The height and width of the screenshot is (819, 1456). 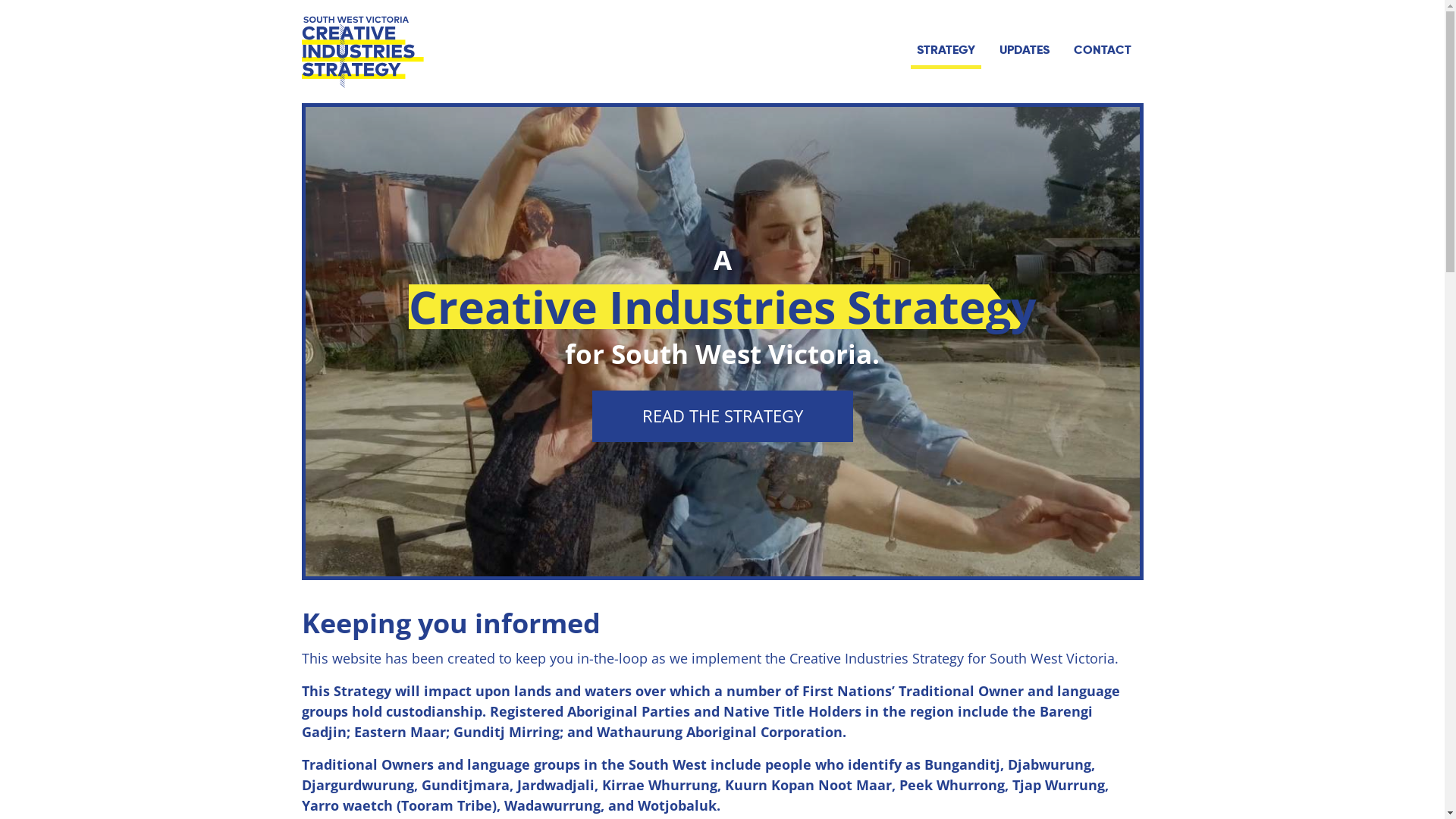 I want to click on 'READ THE STRATEGY', so click(x=720, y=416).